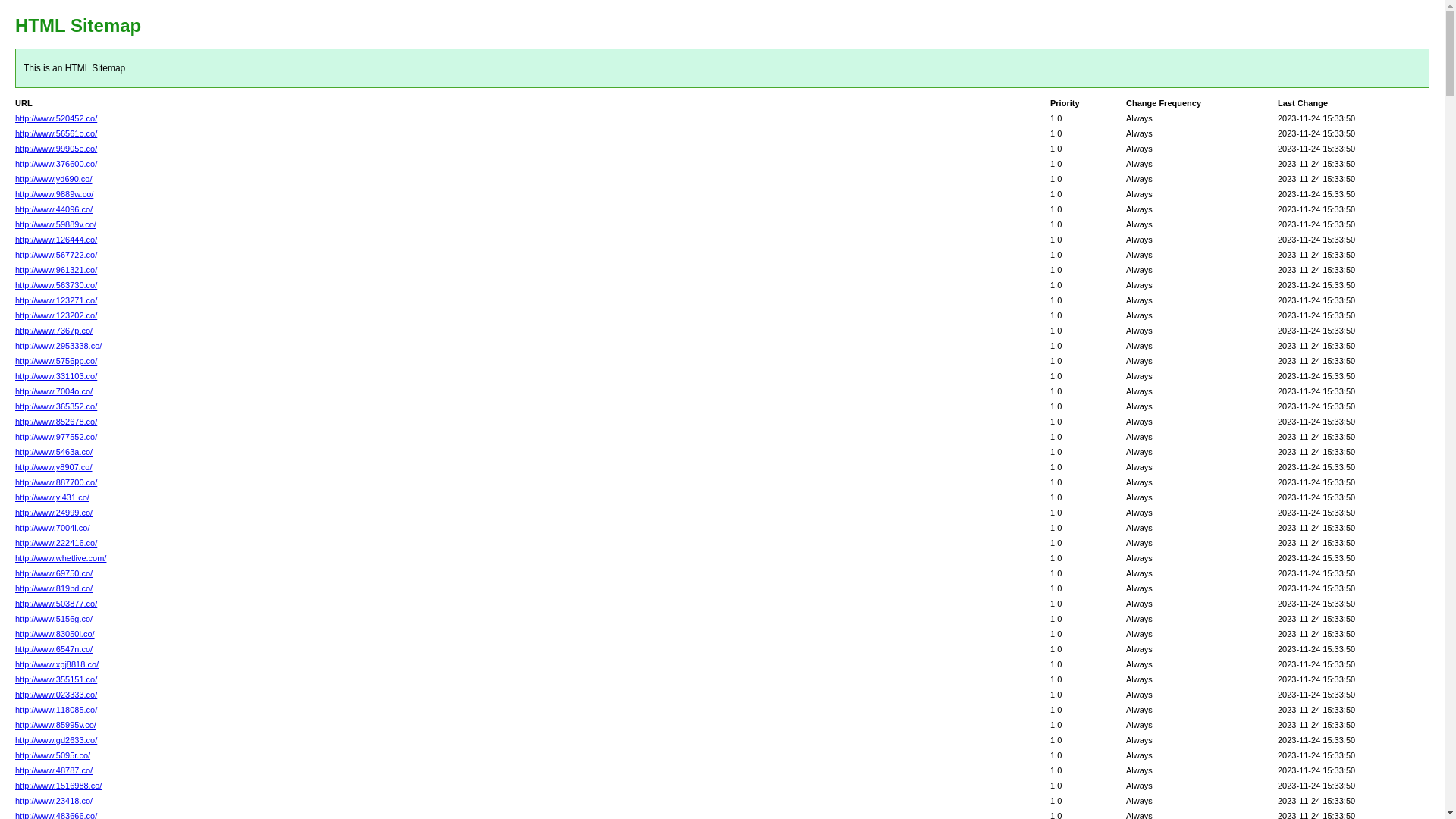 The image size is (1456, 819). What do you see at coordinates (55, 268) in the screenshot?
I see `'http://www.961321.co/'` at bounding box center [55, 268].